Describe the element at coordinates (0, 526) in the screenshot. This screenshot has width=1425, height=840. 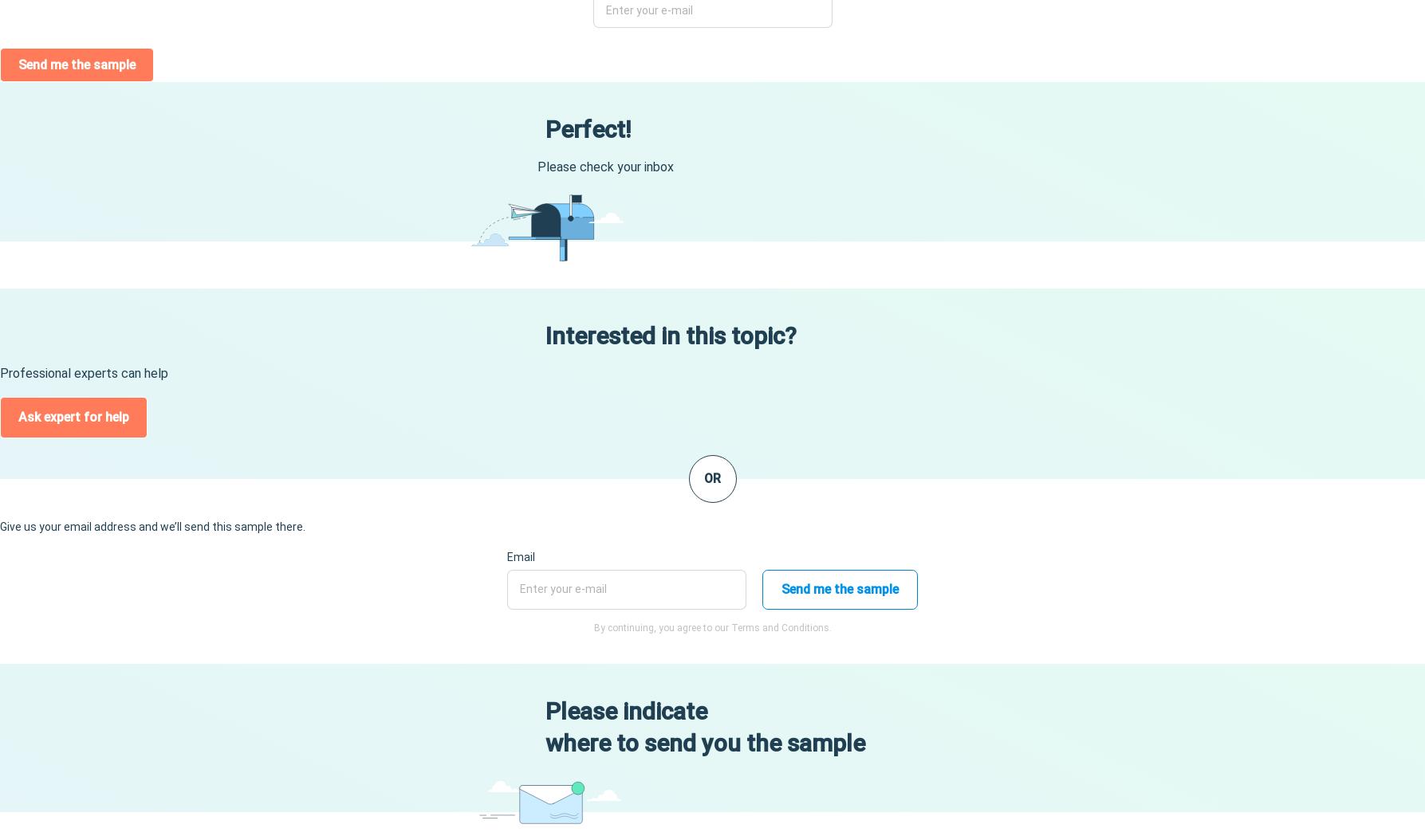
I see `'Give us your email address and we’ll send this sample there.'` at that location.